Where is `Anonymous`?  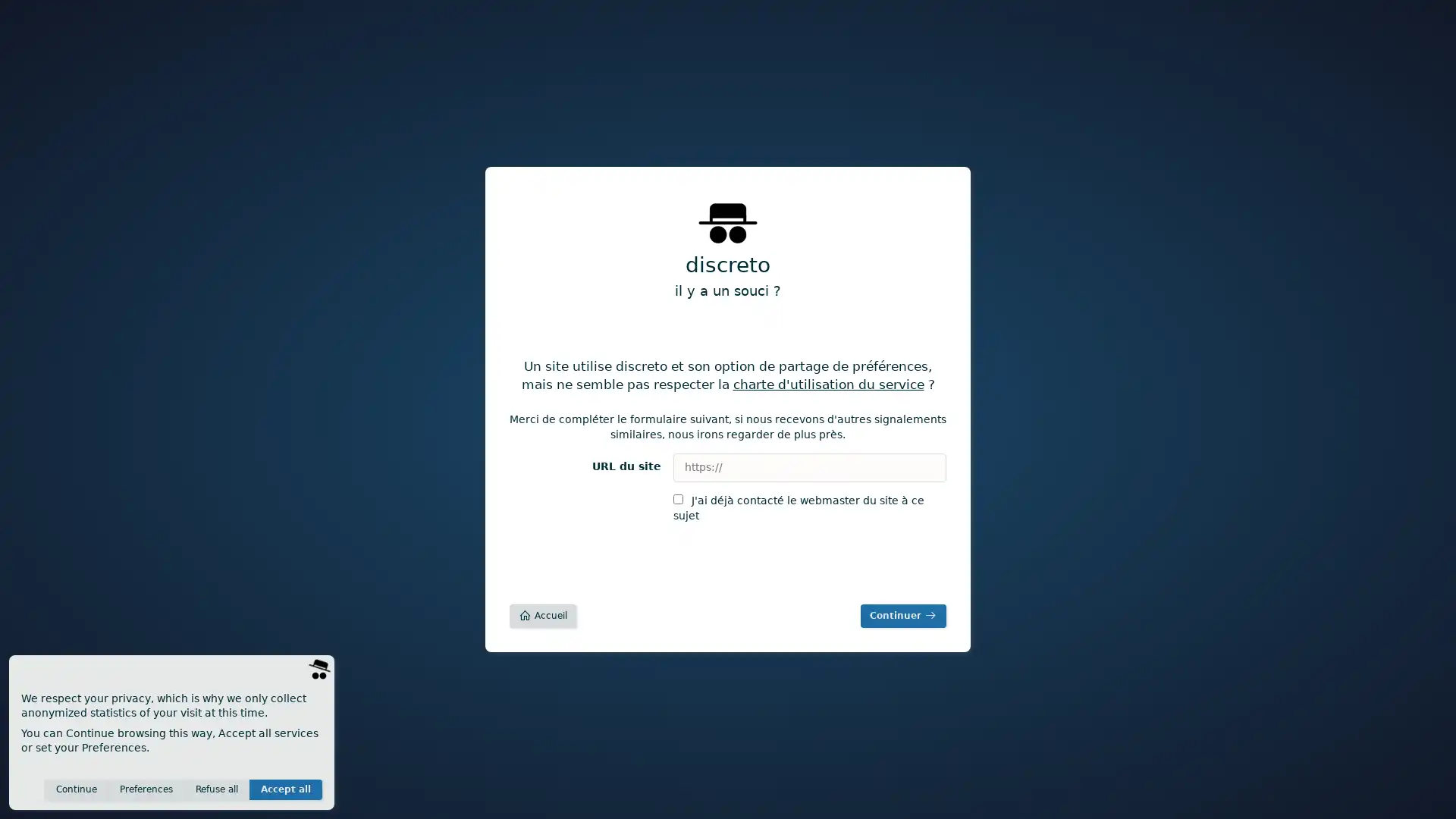
Anonymous is located at coordinates (176, 795).